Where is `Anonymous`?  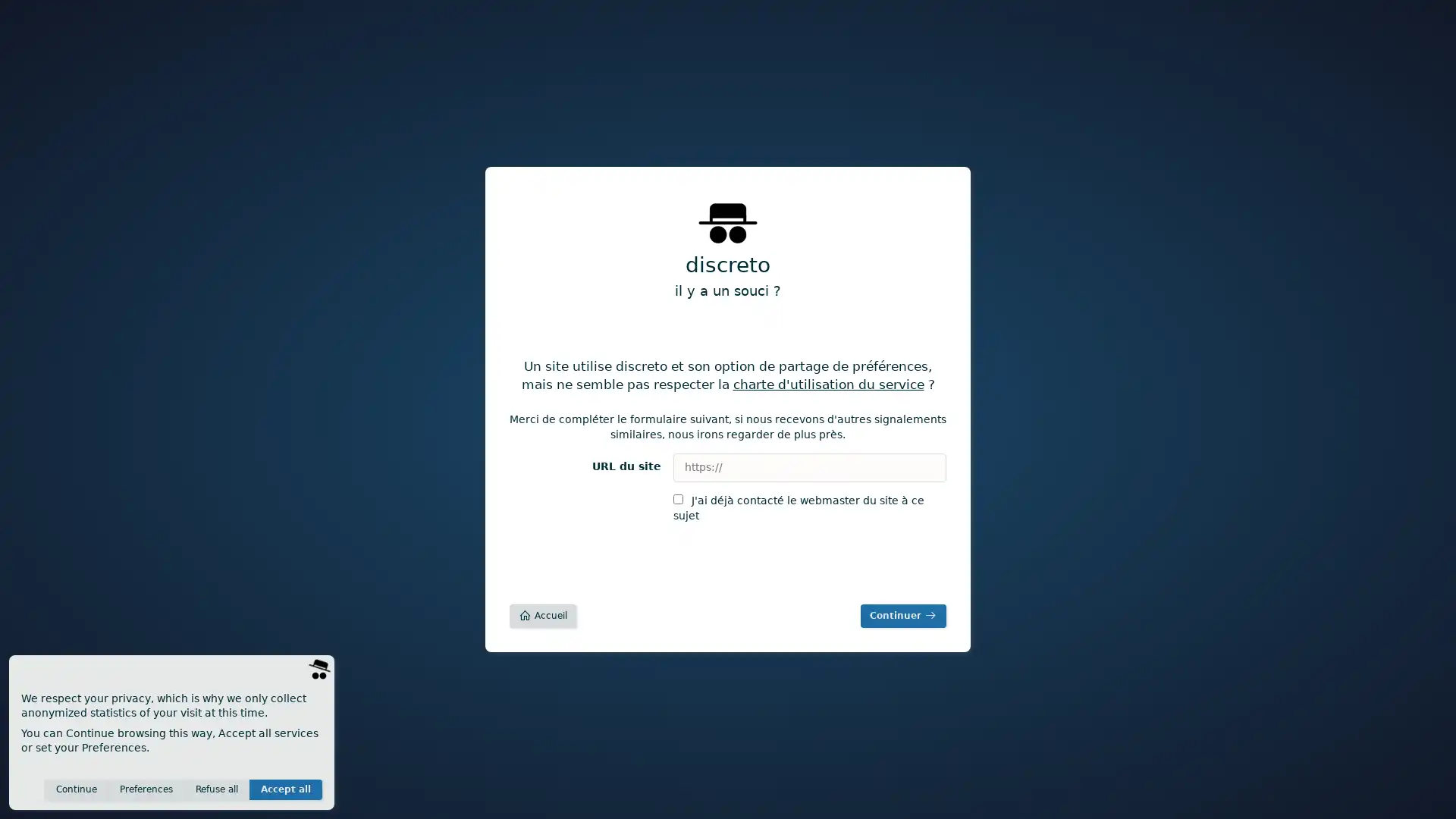
Anonymous is located at coordinates (176, 795).